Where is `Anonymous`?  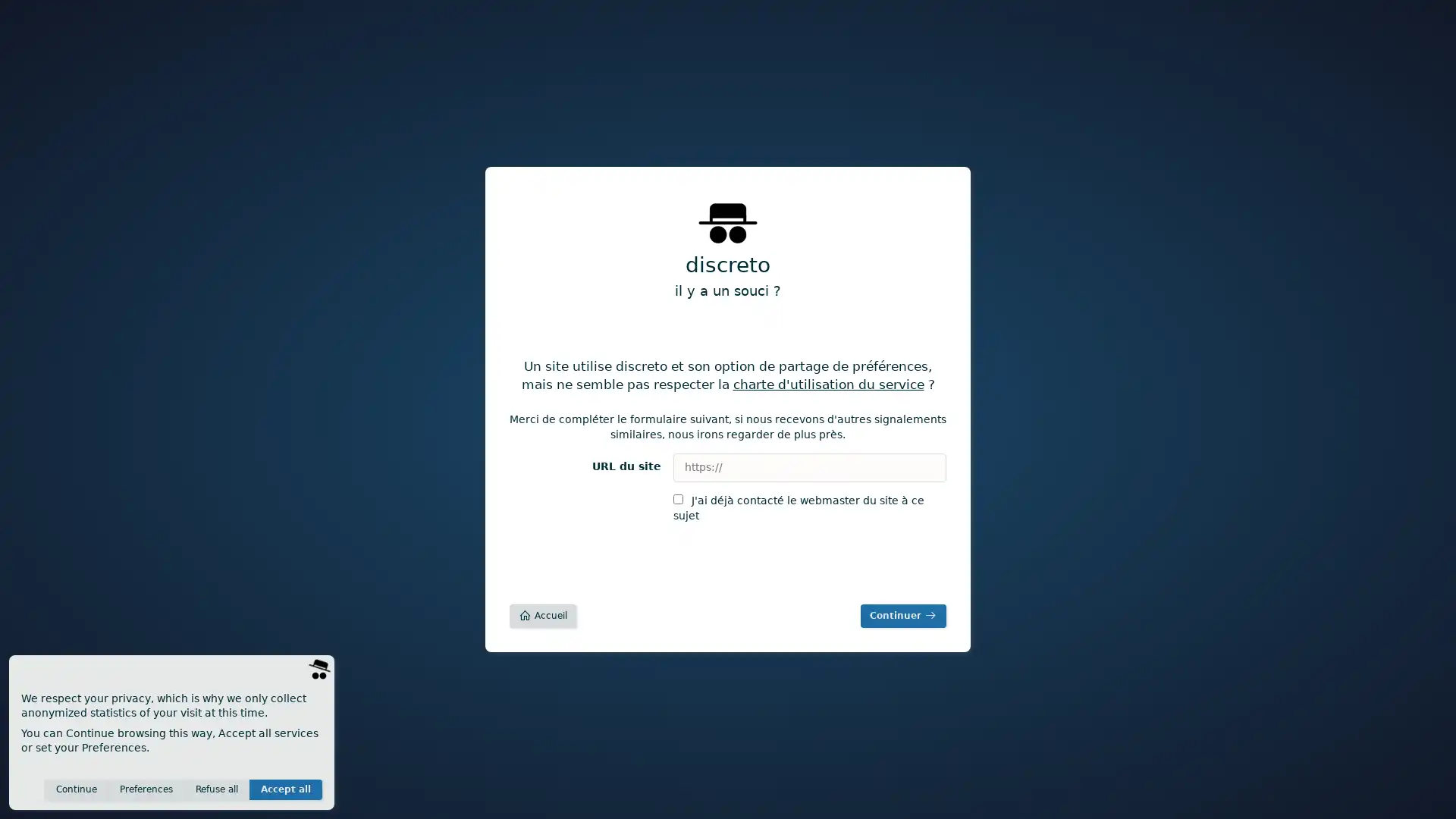
Anonymous is located at coordinates (176, 795).